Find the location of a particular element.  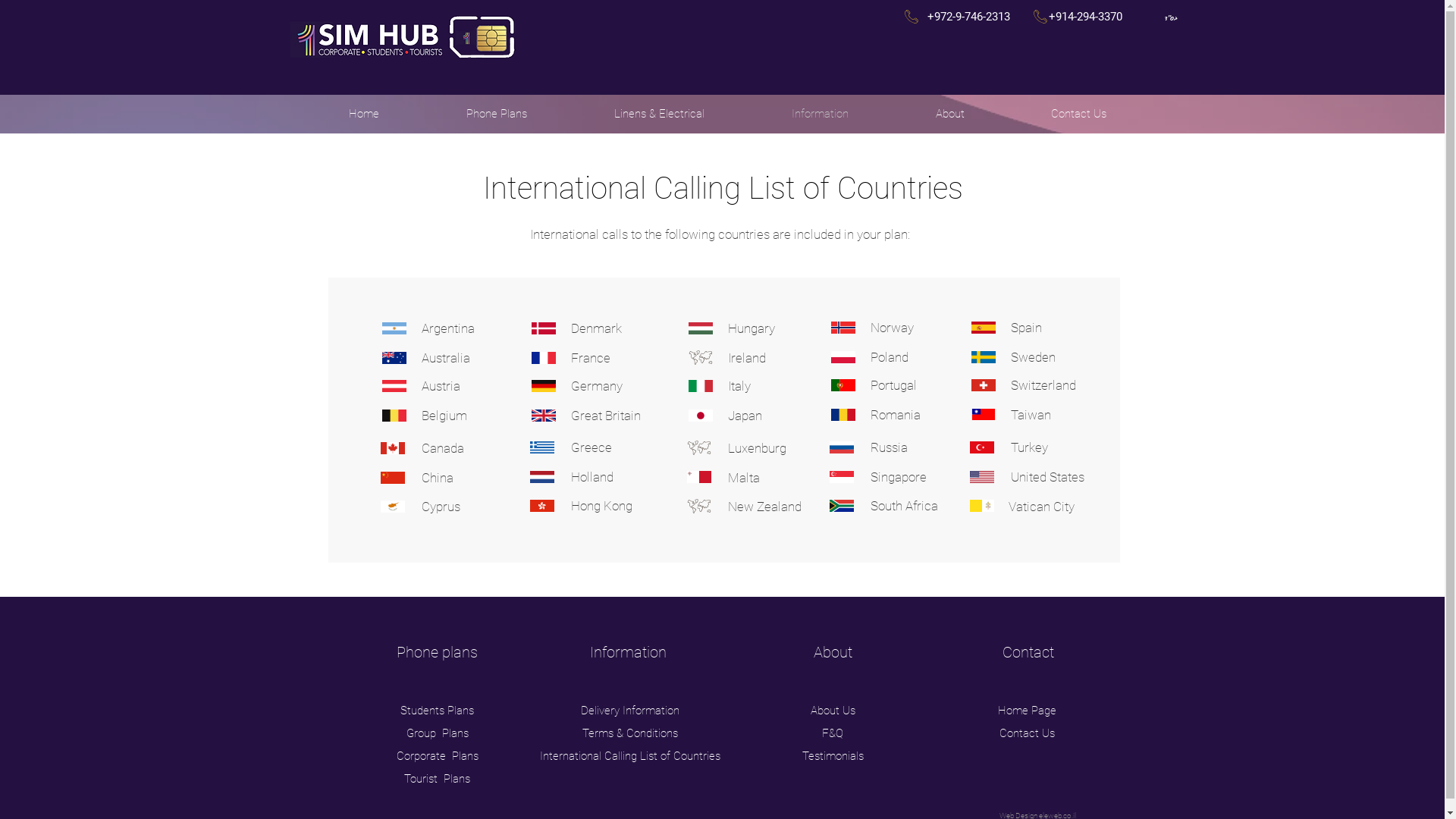

'Linens & Electrical' is located at coordinates (658, 113).